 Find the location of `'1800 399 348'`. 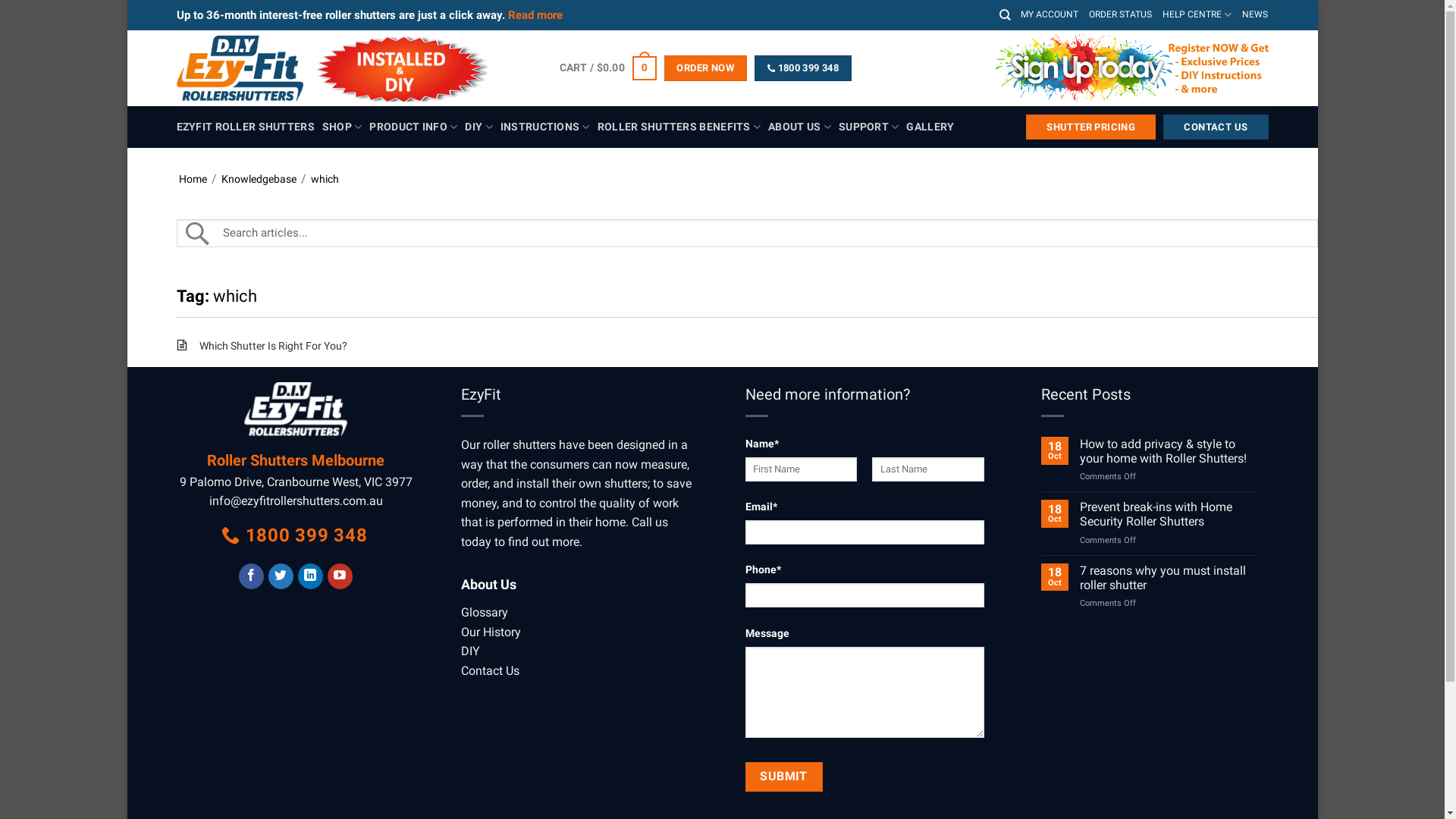

'1800 399 348' is located at coordinates (295, 535).